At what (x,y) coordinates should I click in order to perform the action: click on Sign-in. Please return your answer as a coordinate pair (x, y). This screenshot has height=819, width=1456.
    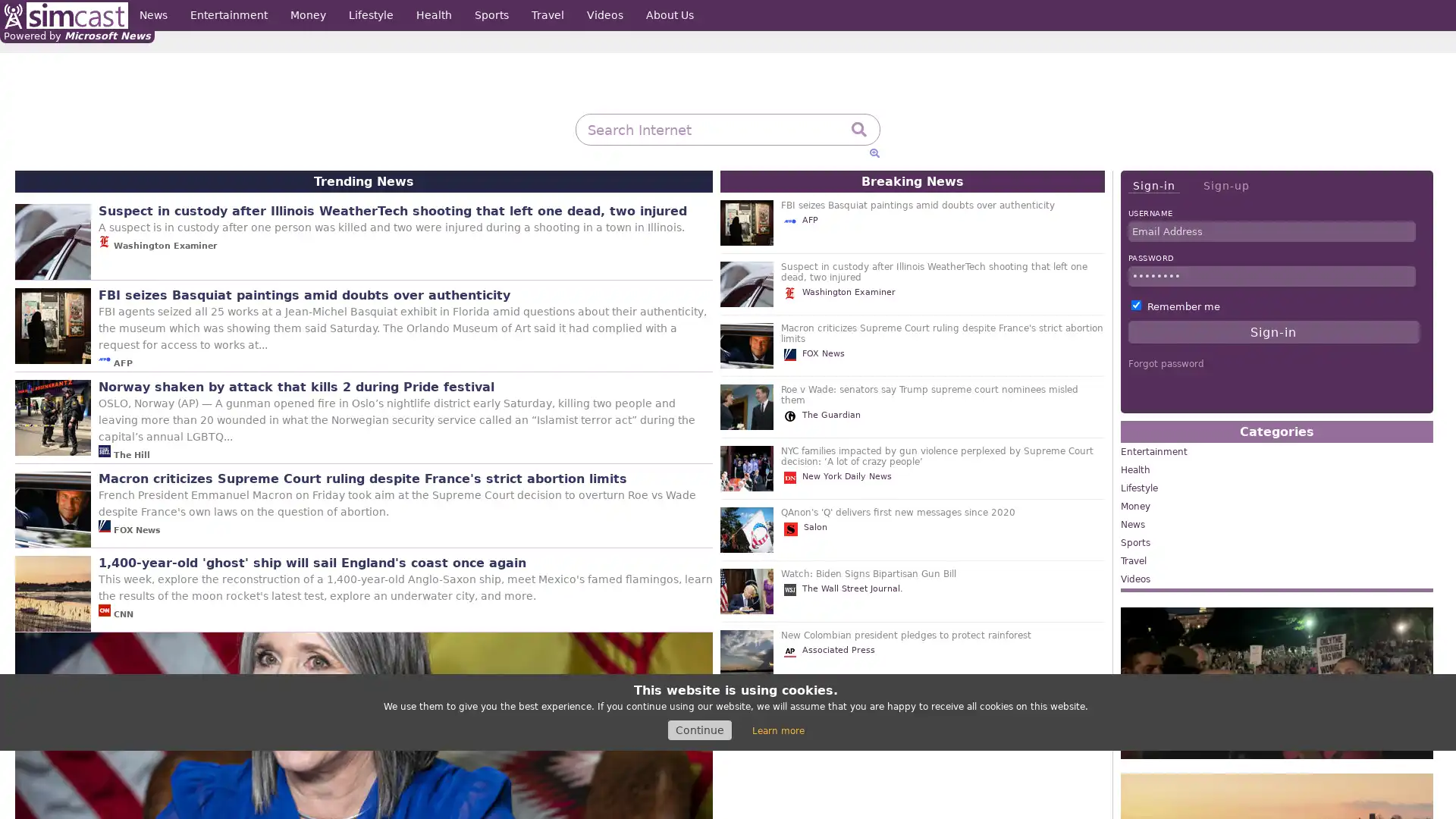
    Looking at the image, I should click on (1153, 185).